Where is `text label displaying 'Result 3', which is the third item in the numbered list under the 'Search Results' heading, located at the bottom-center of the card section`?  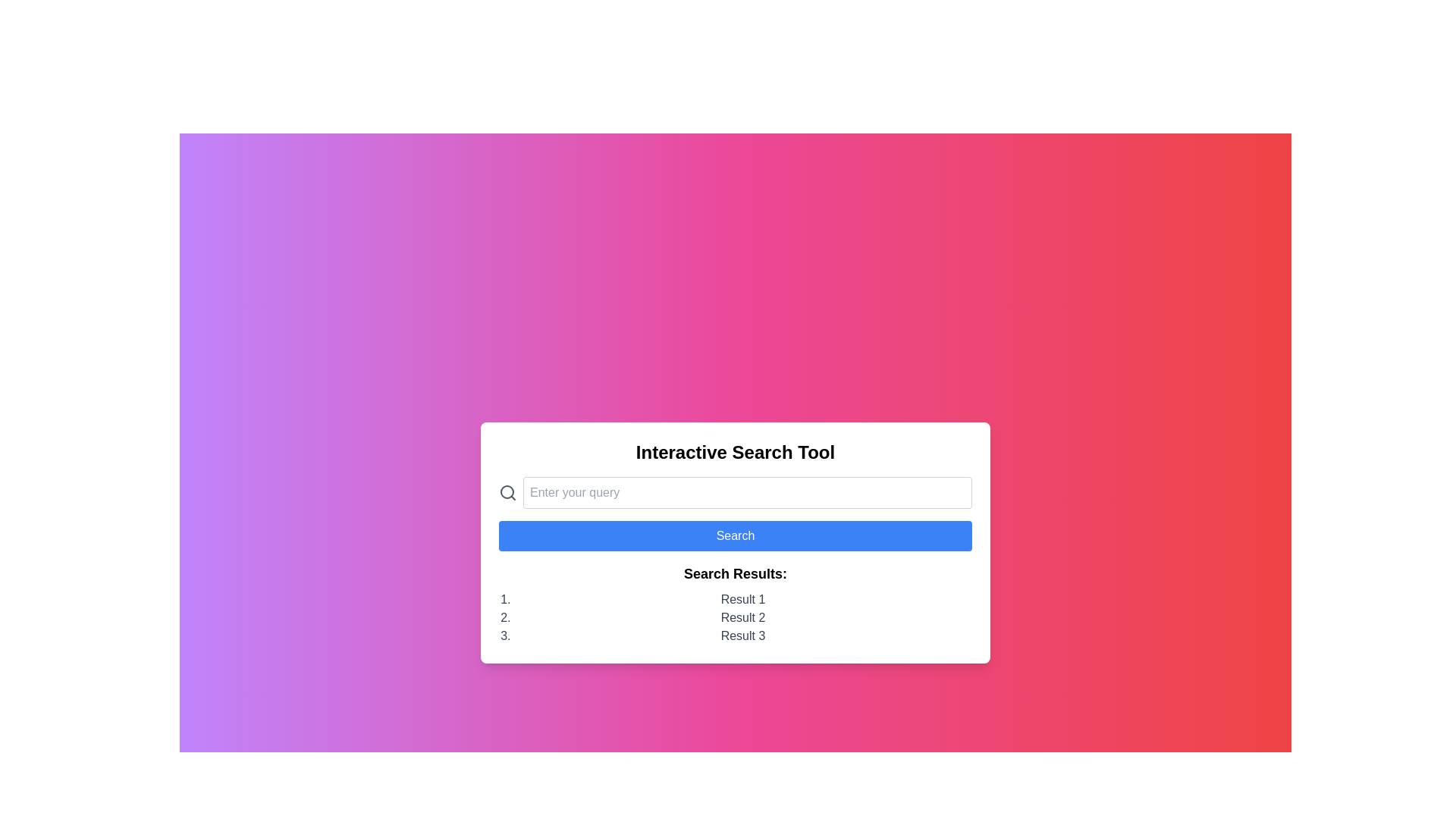 text label displaying 'Result 3', which is the third item in the numbered list under the 'Search Results' heading, located at the bottom-center of the card section is located at coordinates (742, 636).